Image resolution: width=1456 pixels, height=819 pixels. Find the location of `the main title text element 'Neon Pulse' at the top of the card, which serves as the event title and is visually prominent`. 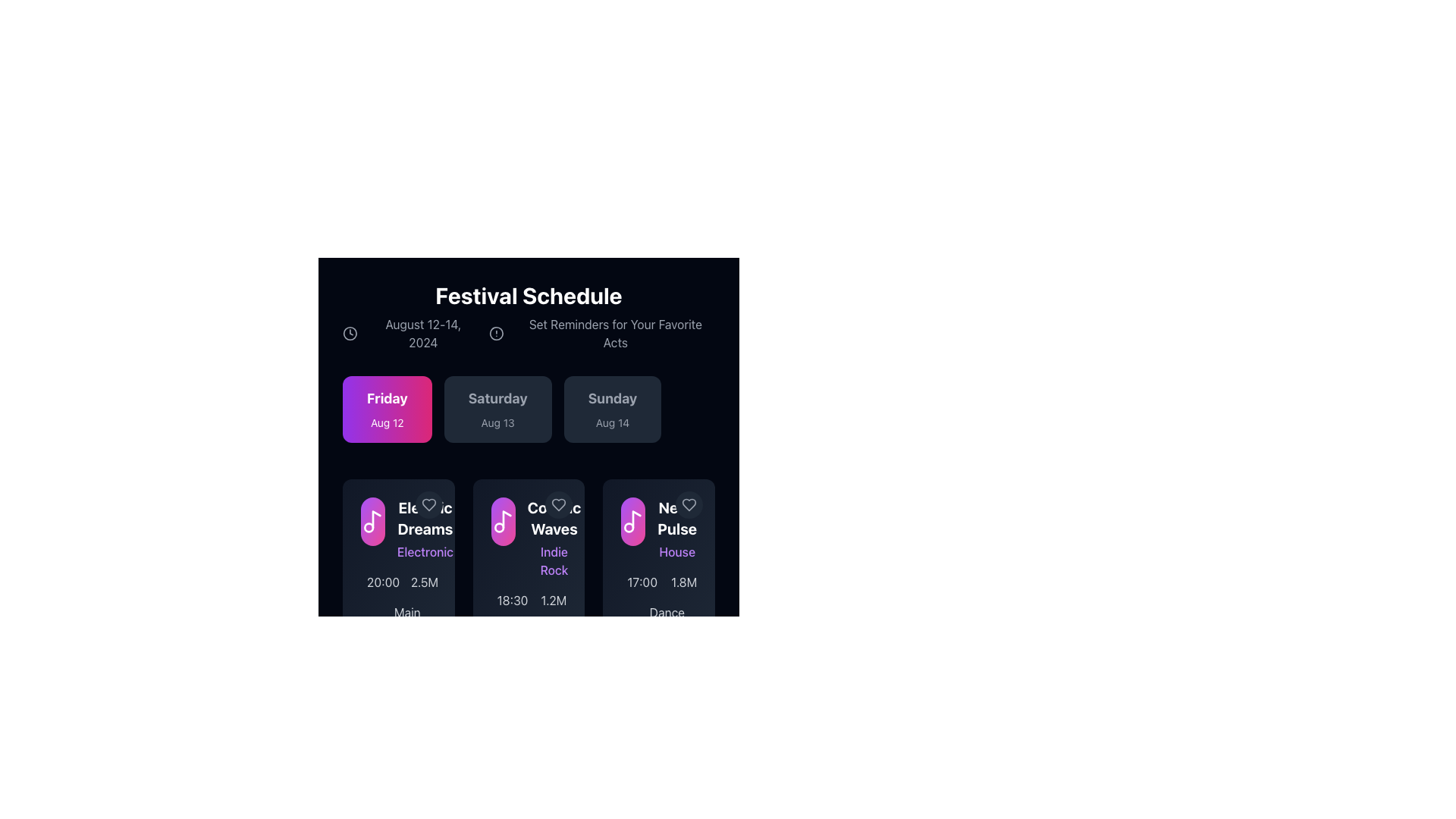

the main title text element 'Neon Pulse' at the top of the card, which serves as the event title and is visually prominent is located at coordinates (676, 517).